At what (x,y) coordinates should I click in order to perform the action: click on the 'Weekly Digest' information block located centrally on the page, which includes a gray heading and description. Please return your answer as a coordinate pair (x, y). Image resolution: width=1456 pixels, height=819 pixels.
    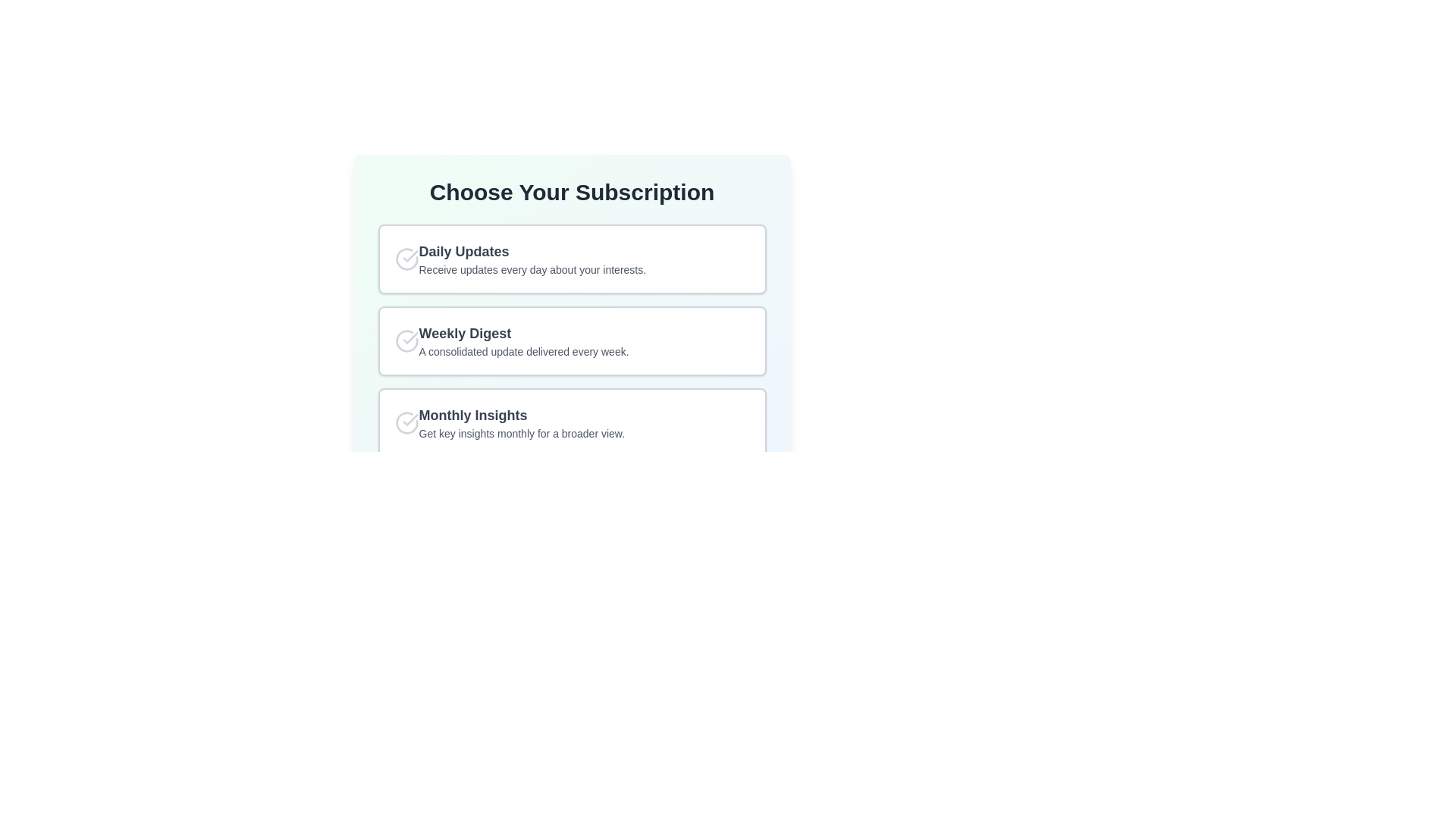
    Looking at the image, I should click on (571, 341).